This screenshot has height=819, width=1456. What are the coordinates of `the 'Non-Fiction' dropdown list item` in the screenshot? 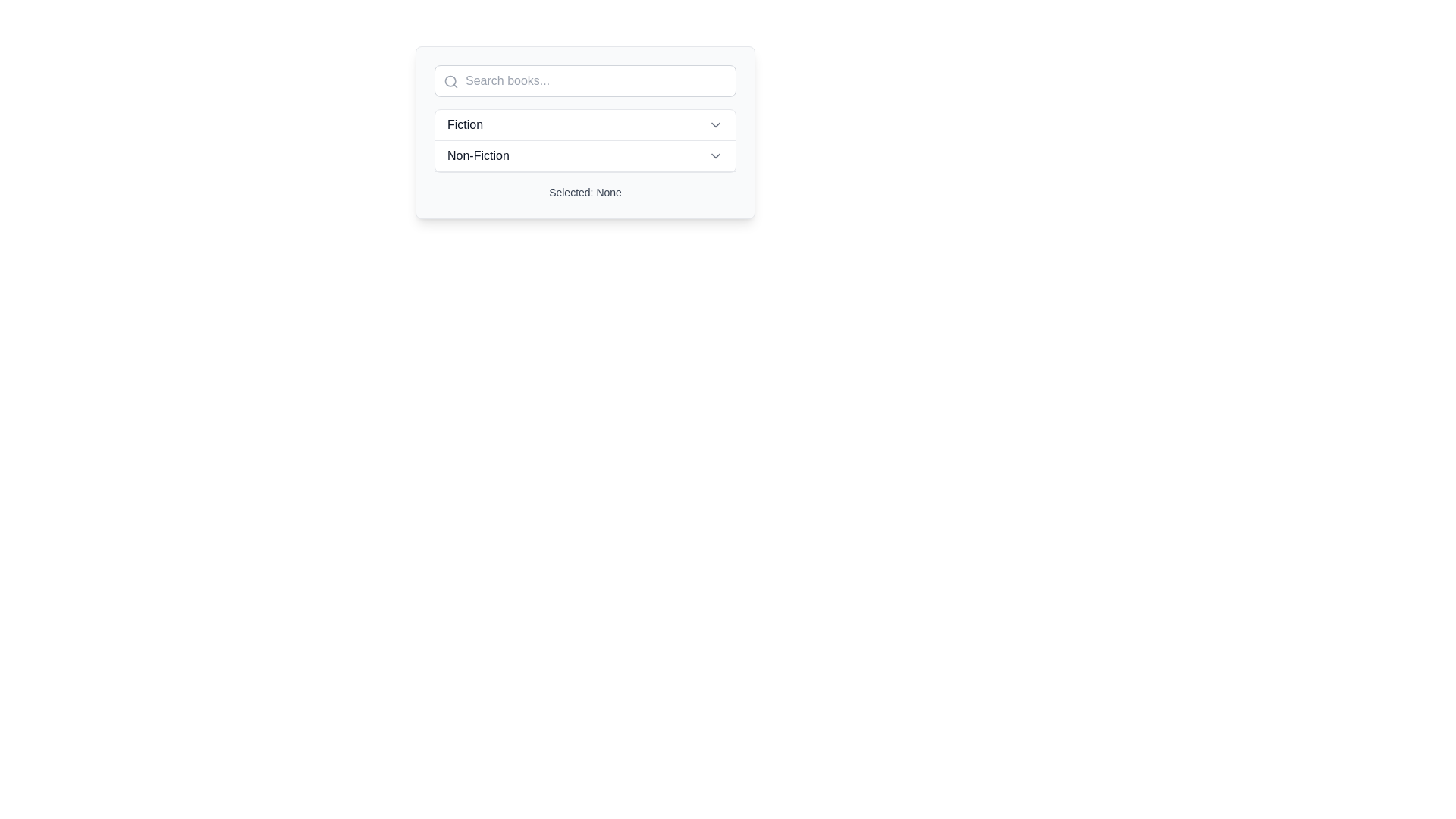 It's located at (585, 156).